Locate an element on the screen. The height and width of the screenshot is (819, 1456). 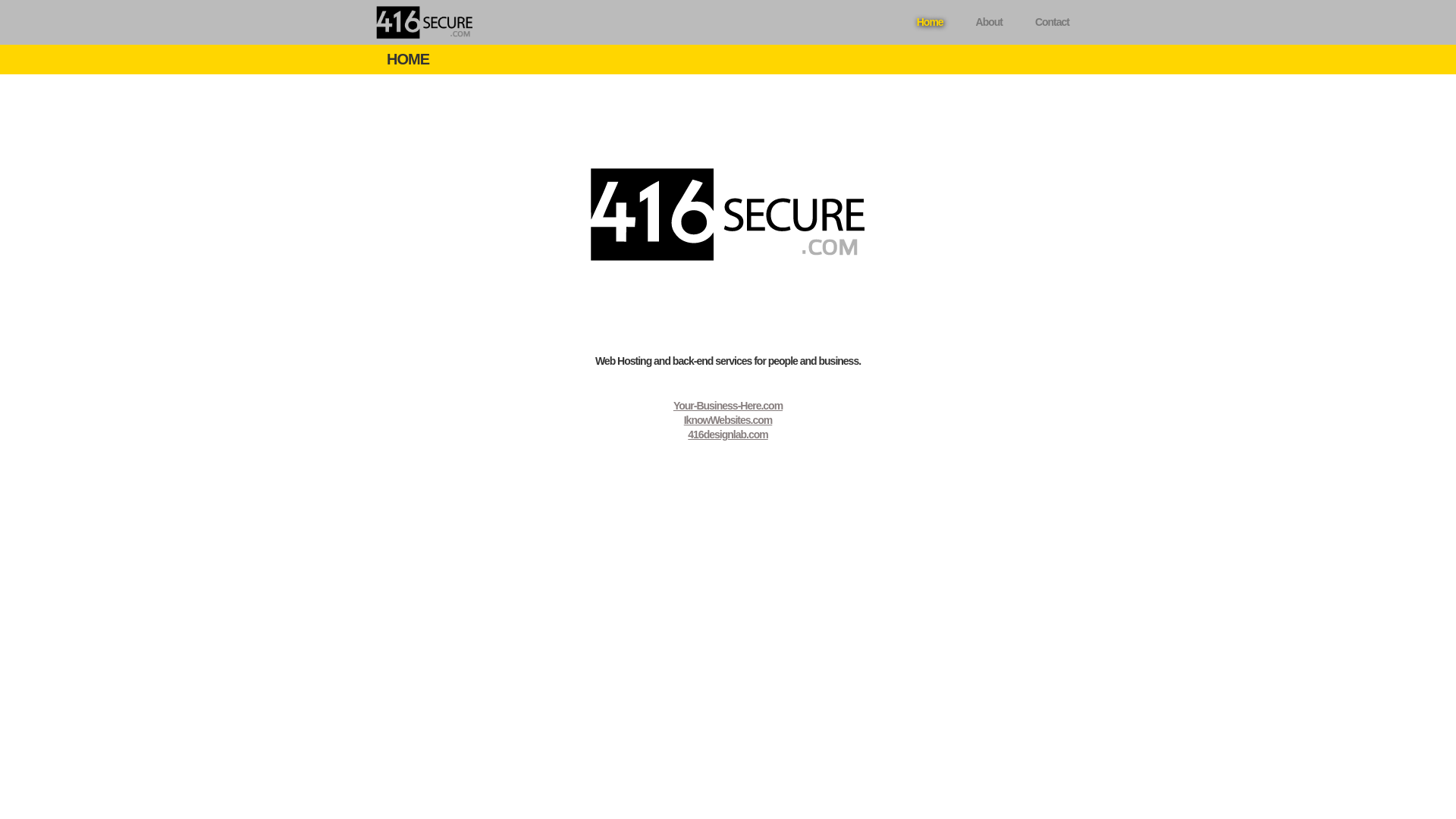
'About' is located at coordinates (960, 22).